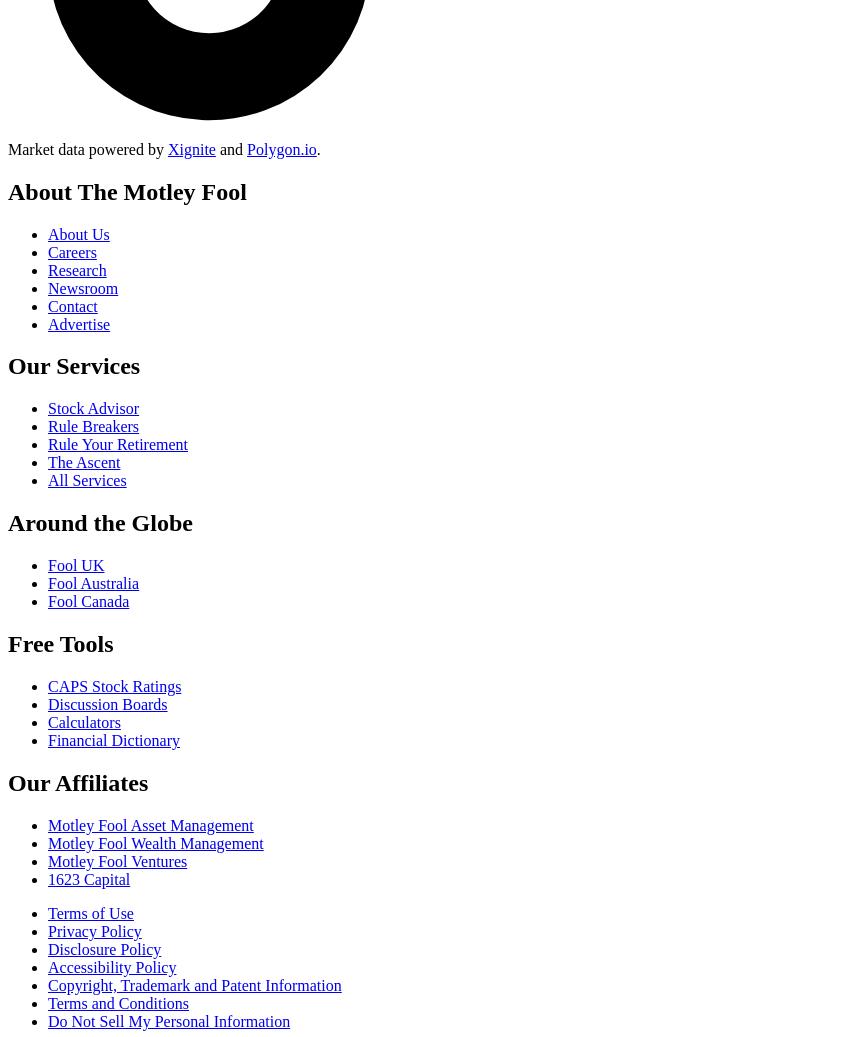 This screenshot has height=1037, width=851. What do you see at coordinates (230, 147) in the screenshot?
I see `'and'` at bounding box center [230, 147].